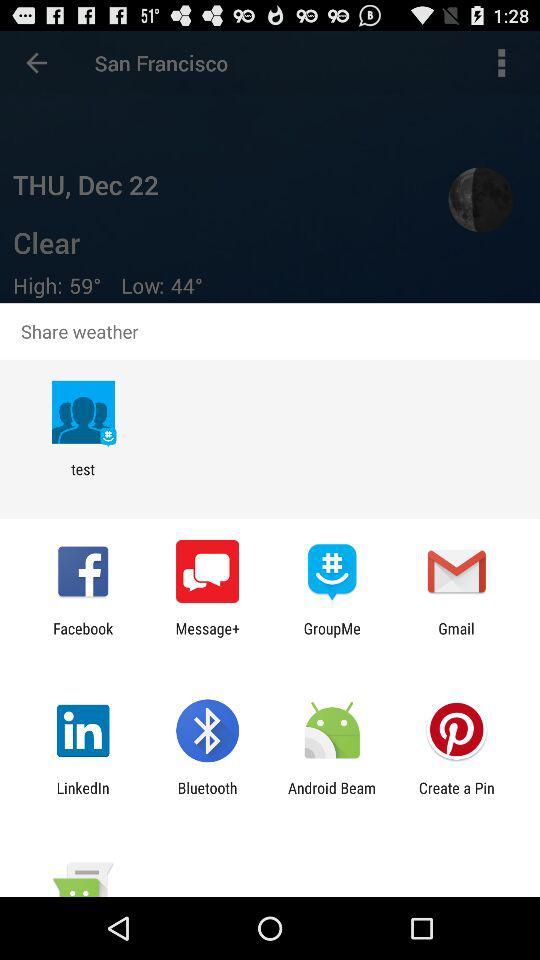 This screenshot has height=960, width=540. What do you see at coordinates (82, 796) in the screenshot?
I see `the item to the left of the bluetooth item` at bounding box center [82, 796].